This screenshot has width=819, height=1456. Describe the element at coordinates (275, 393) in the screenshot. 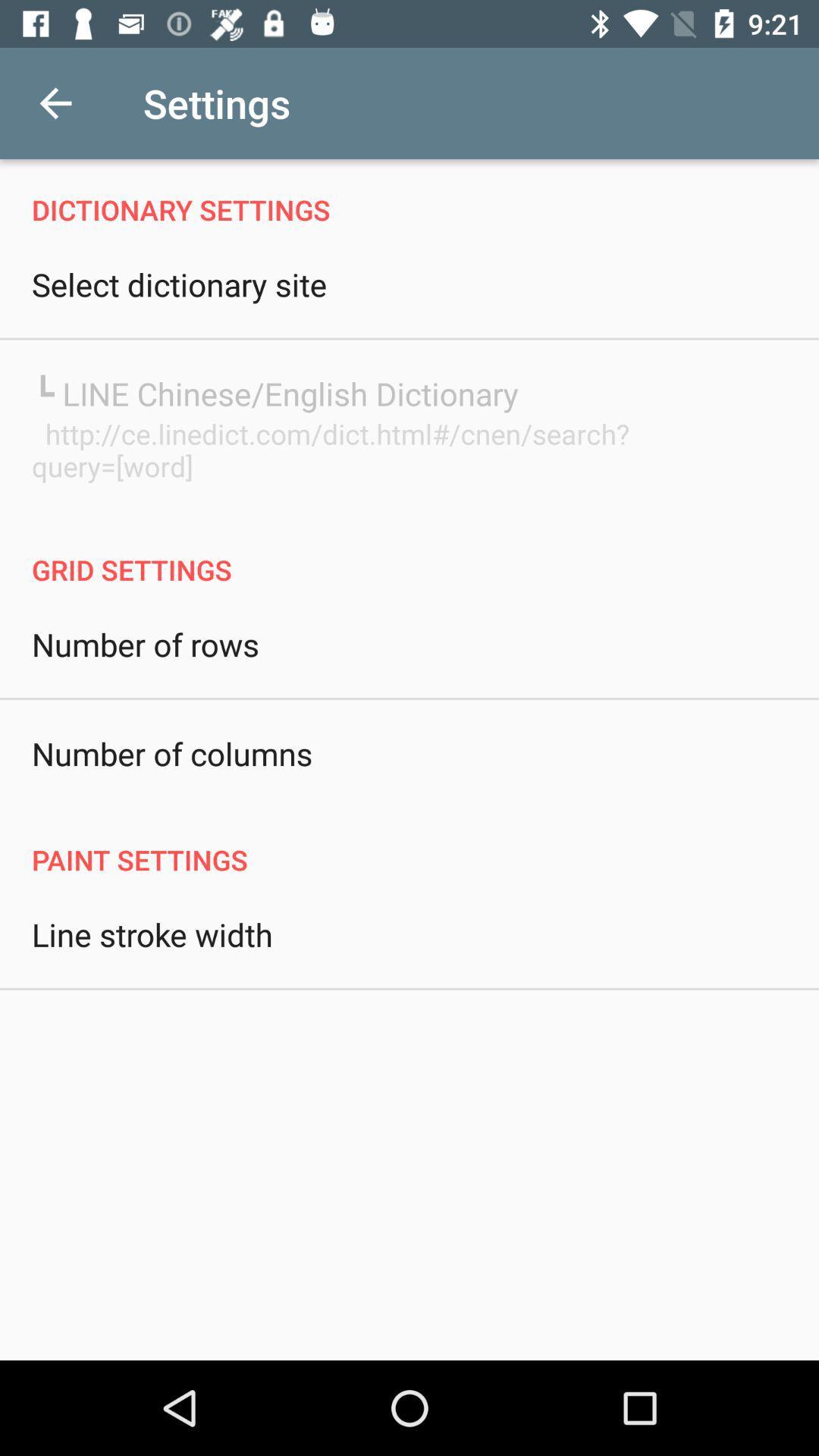

I see `the item below the select dictionary site item` at that location.